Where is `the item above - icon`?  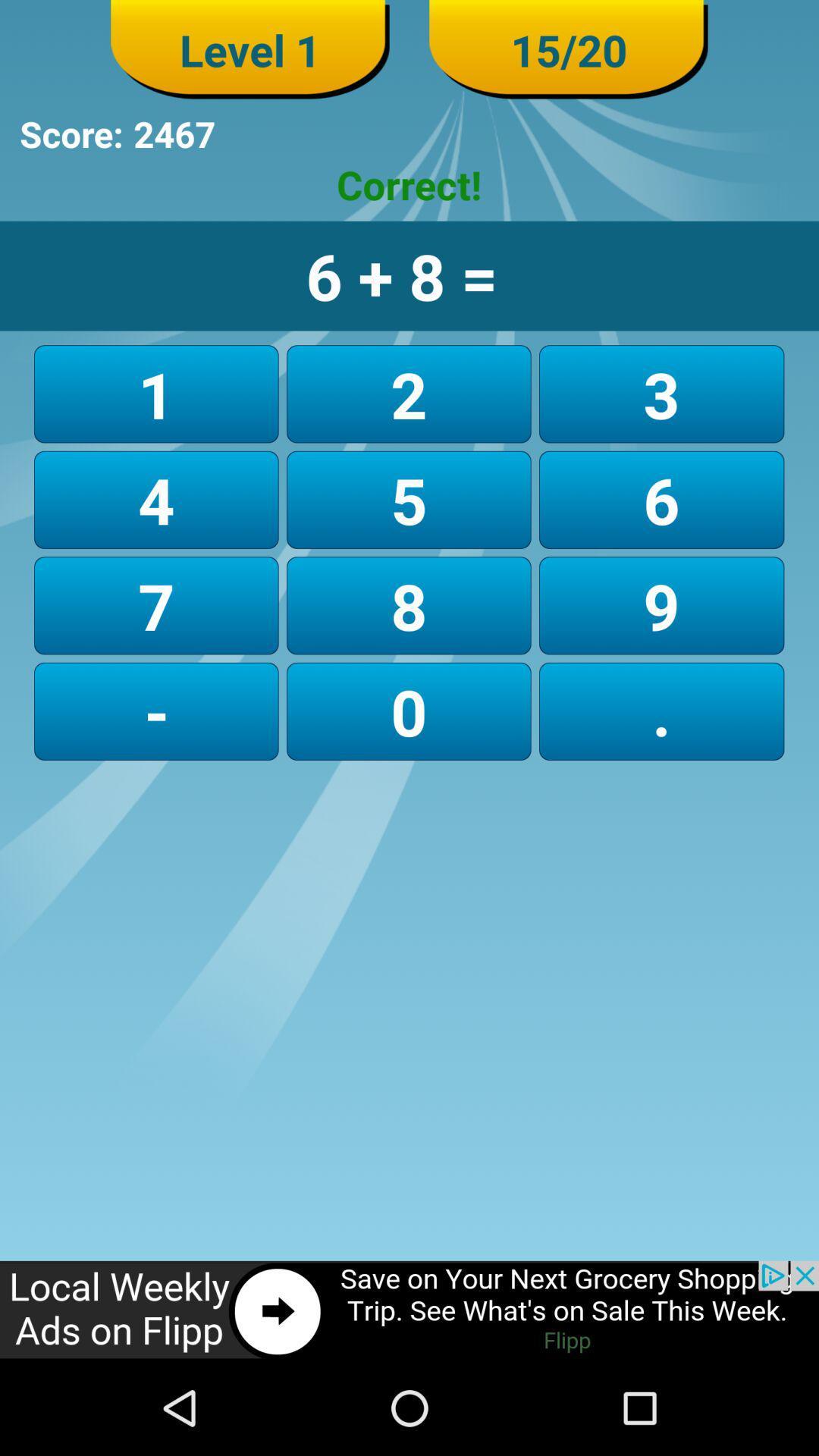
the item above - icon is located at coordinates (156, 604).